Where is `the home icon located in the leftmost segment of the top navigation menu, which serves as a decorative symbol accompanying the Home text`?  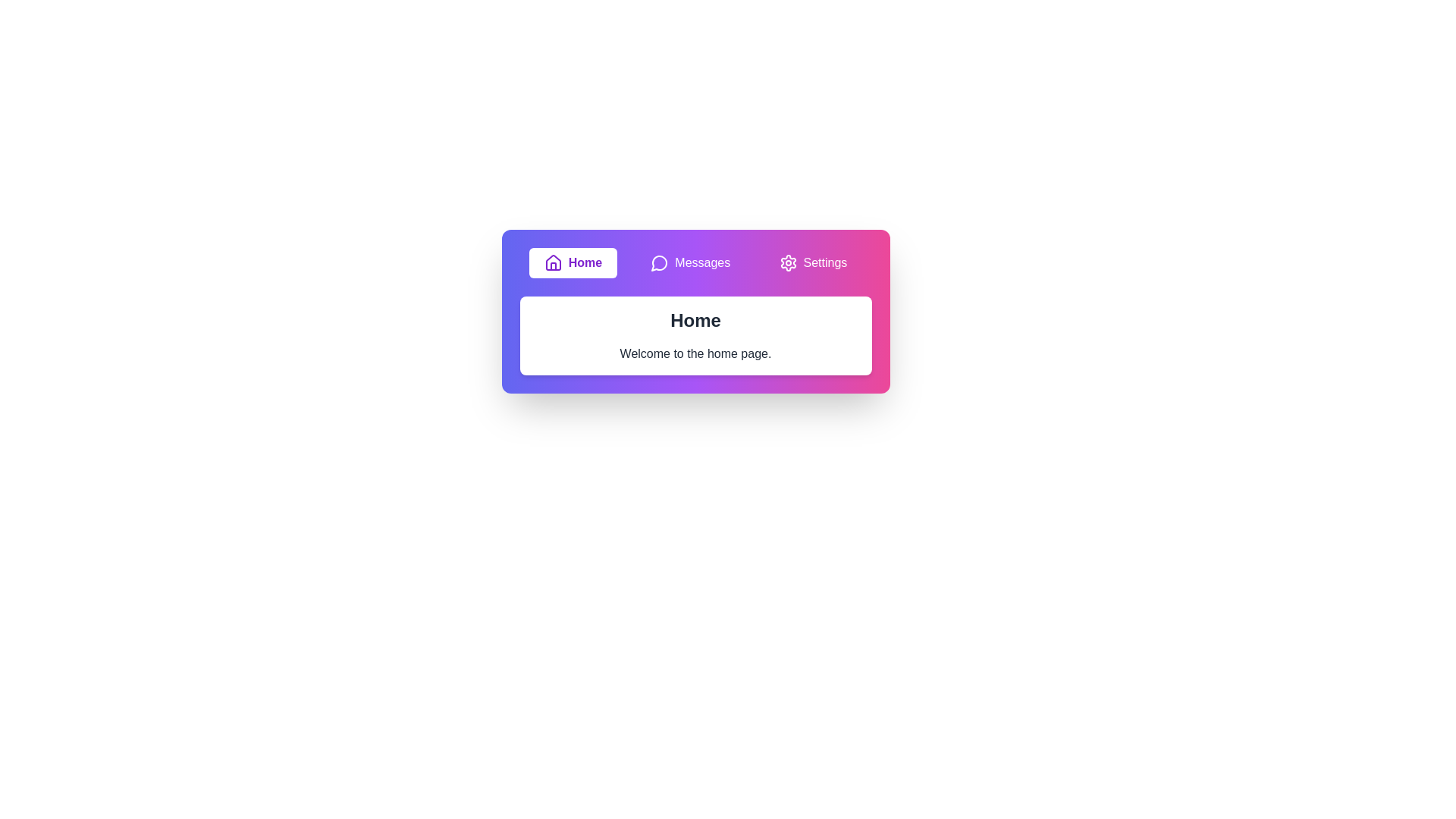 the home icon located in the leftmost segment of the top navigation menu, which serves as a decorative symbol accompanying the Home text is located at coordinates (552, 262).